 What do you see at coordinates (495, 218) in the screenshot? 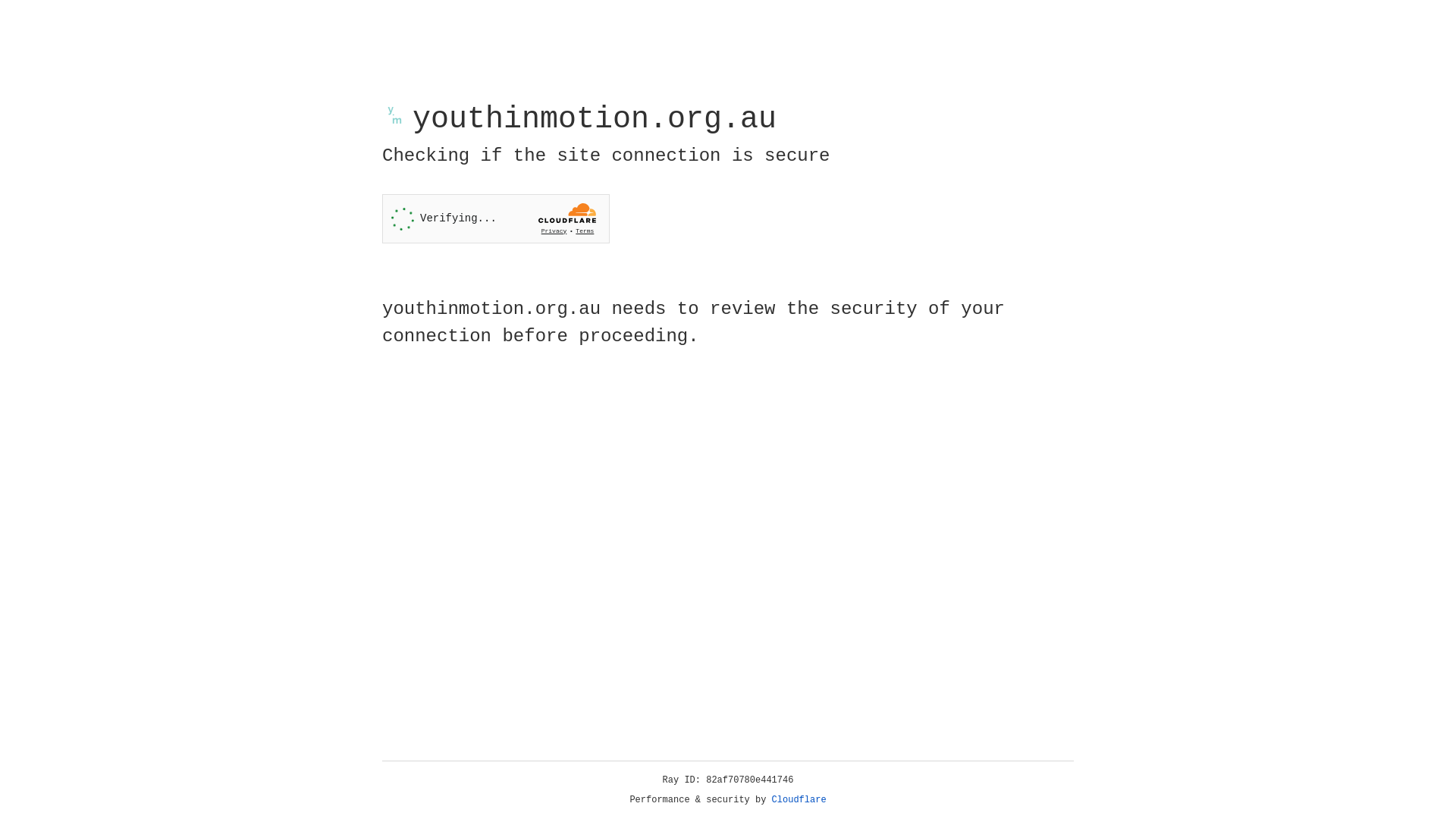
I see `'Widget containing a Cloudflare security challenge'` at bounding box center [495, 218].